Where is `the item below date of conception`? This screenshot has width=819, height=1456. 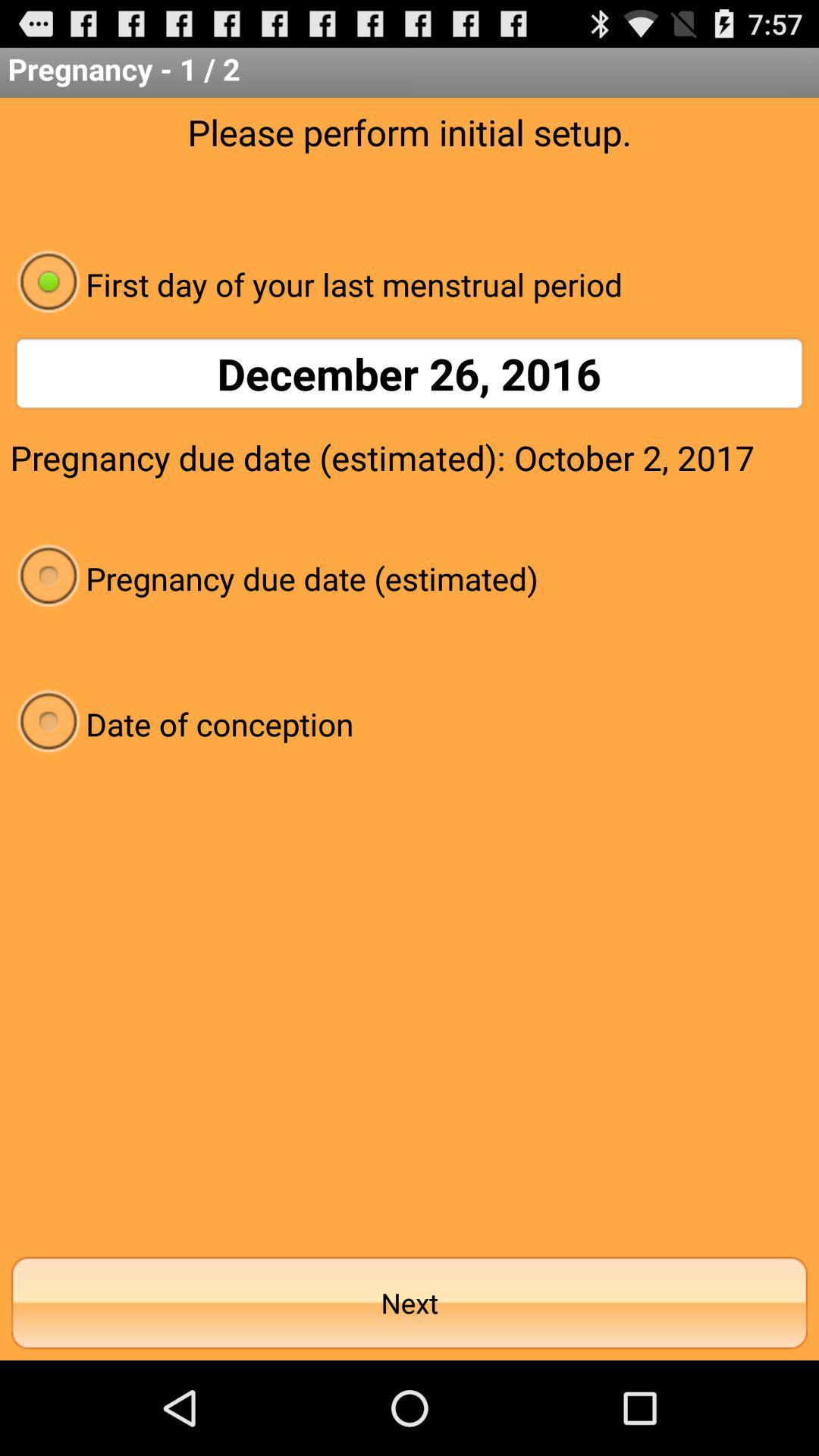 the item below date of conception is located at coordinates (409, 1302).